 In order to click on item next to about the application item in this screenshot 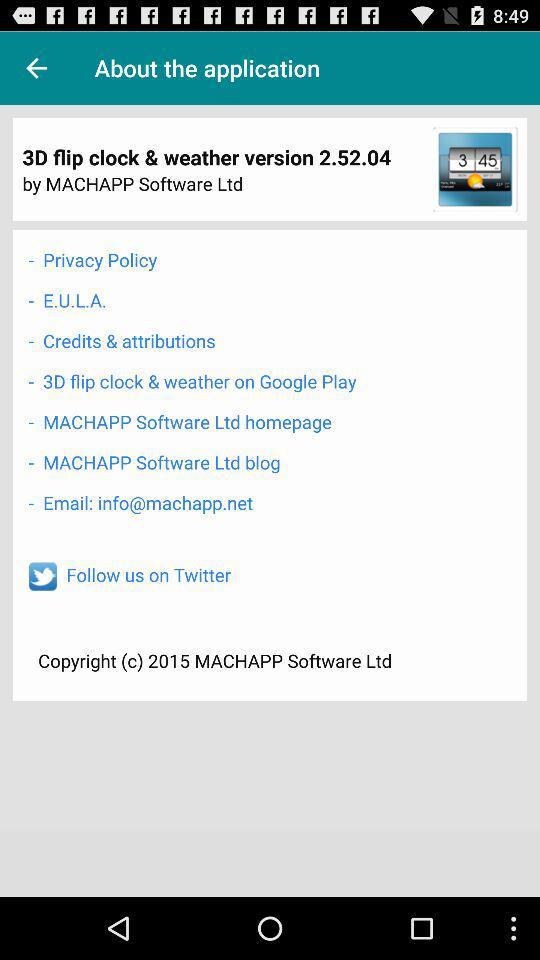, I will do `click(36, 68)`.